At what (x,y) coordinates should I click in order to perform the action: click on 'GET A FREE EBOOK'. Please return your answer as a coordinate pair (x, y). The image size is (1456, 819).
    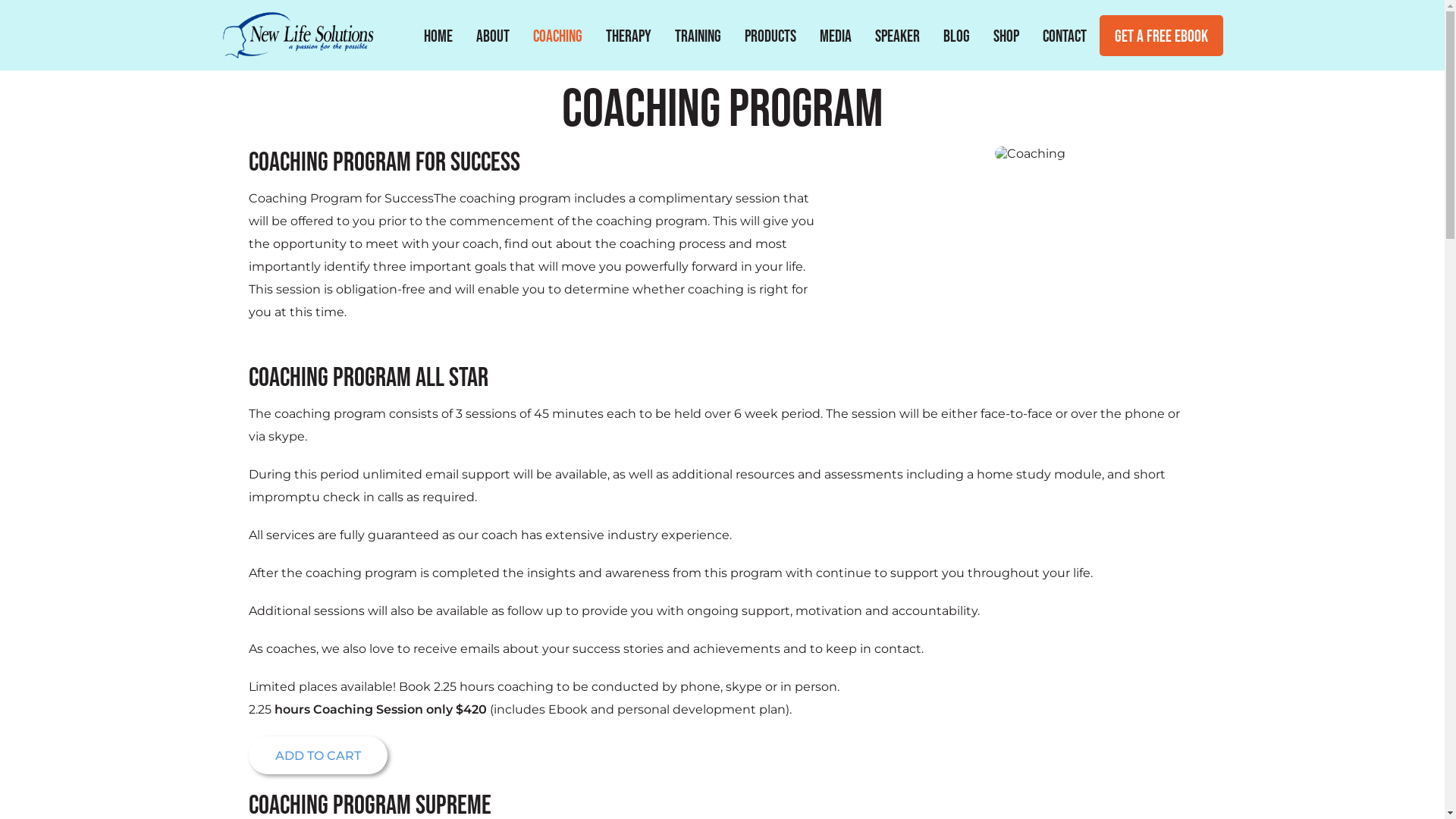
    Looking at the image, I should click on (1099, 34).